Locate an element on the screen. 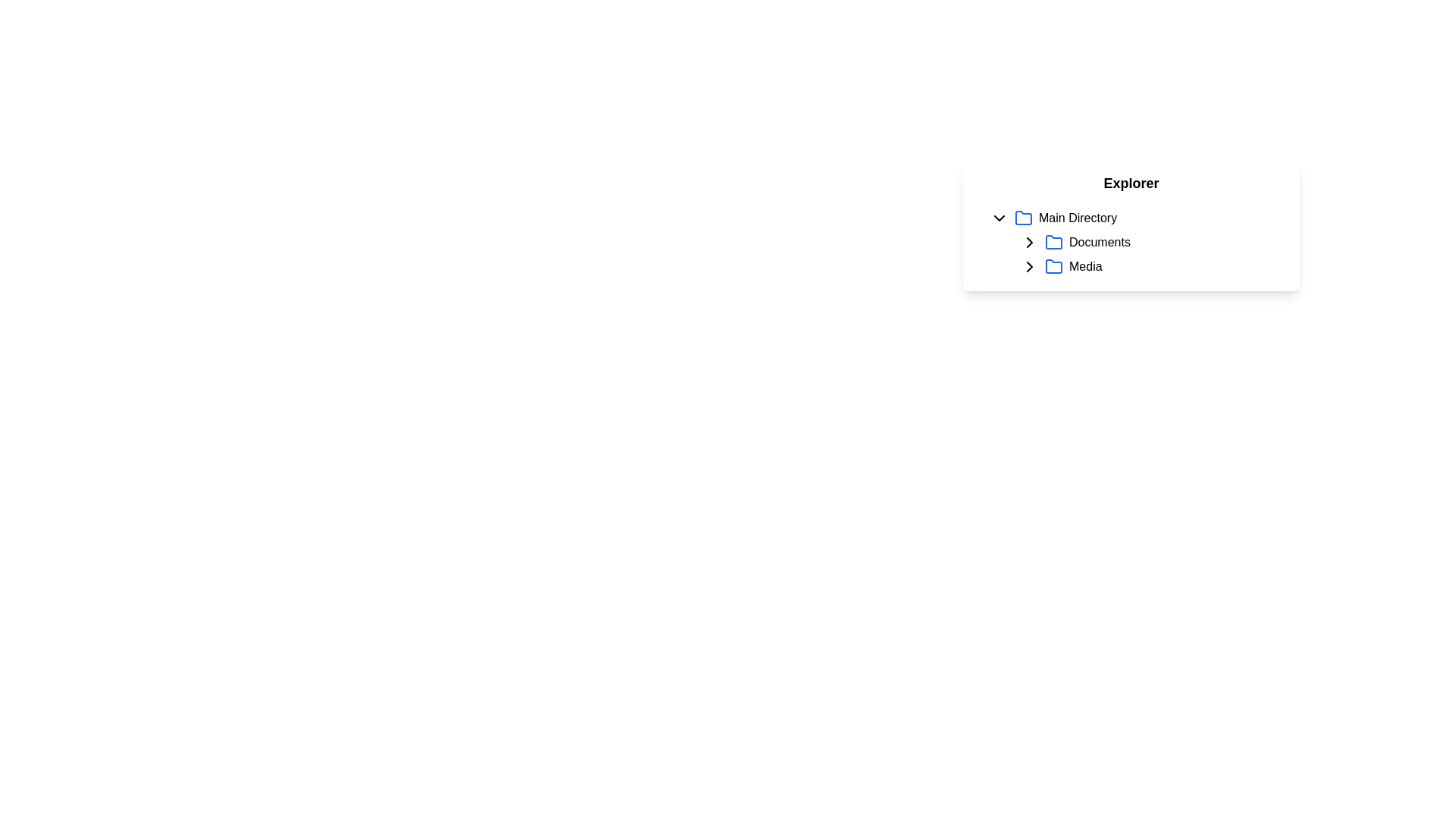 The image size is (1456, 819). the 'Main Directory' text label, which is styled with a medium font weight and black color, located next to a folder icon in a horizontal layout is located at coordinates (1077, 218).